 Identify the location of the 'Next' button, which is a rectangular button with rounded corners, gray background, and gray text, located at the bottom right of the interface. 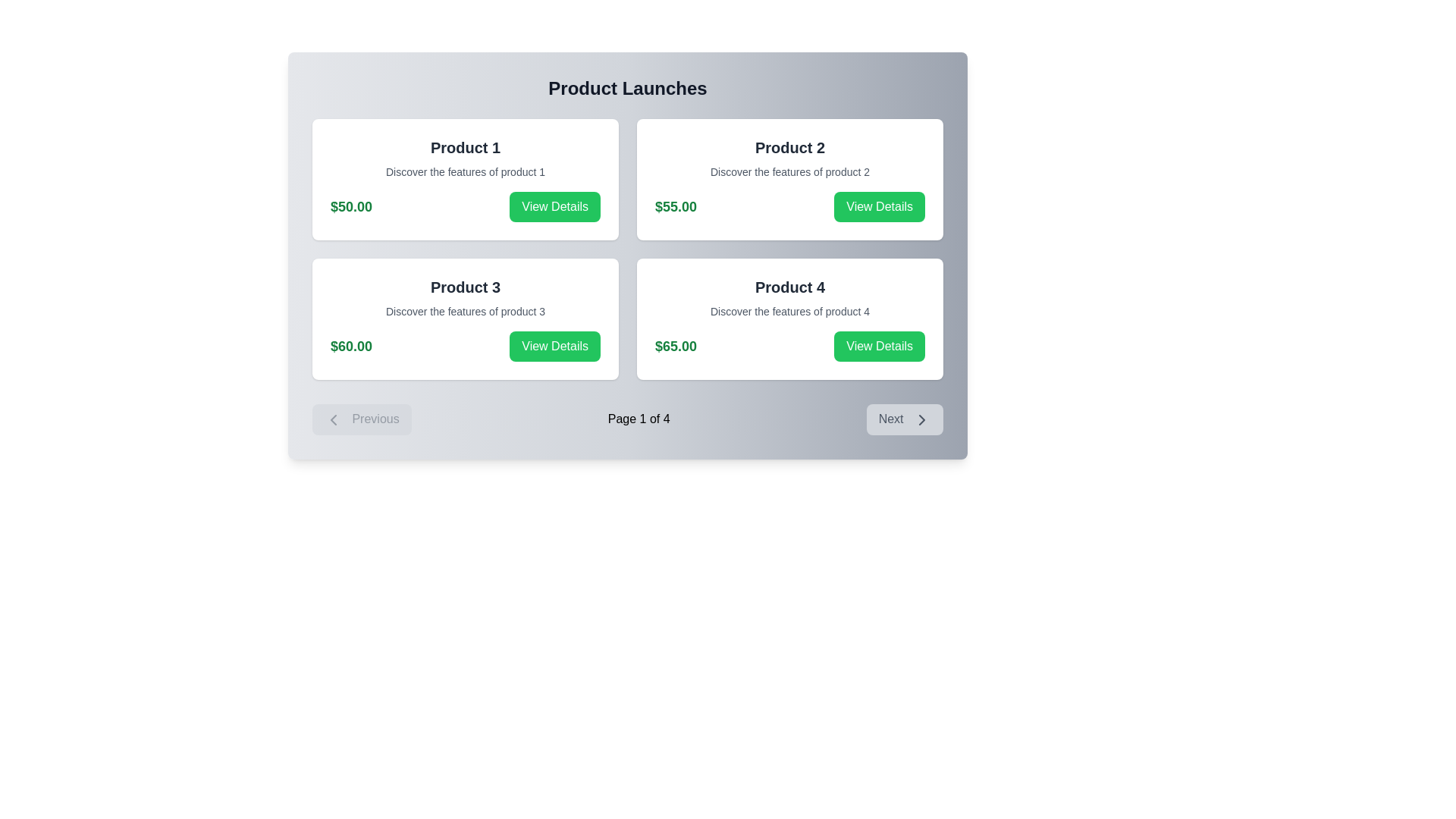
(905, 419).